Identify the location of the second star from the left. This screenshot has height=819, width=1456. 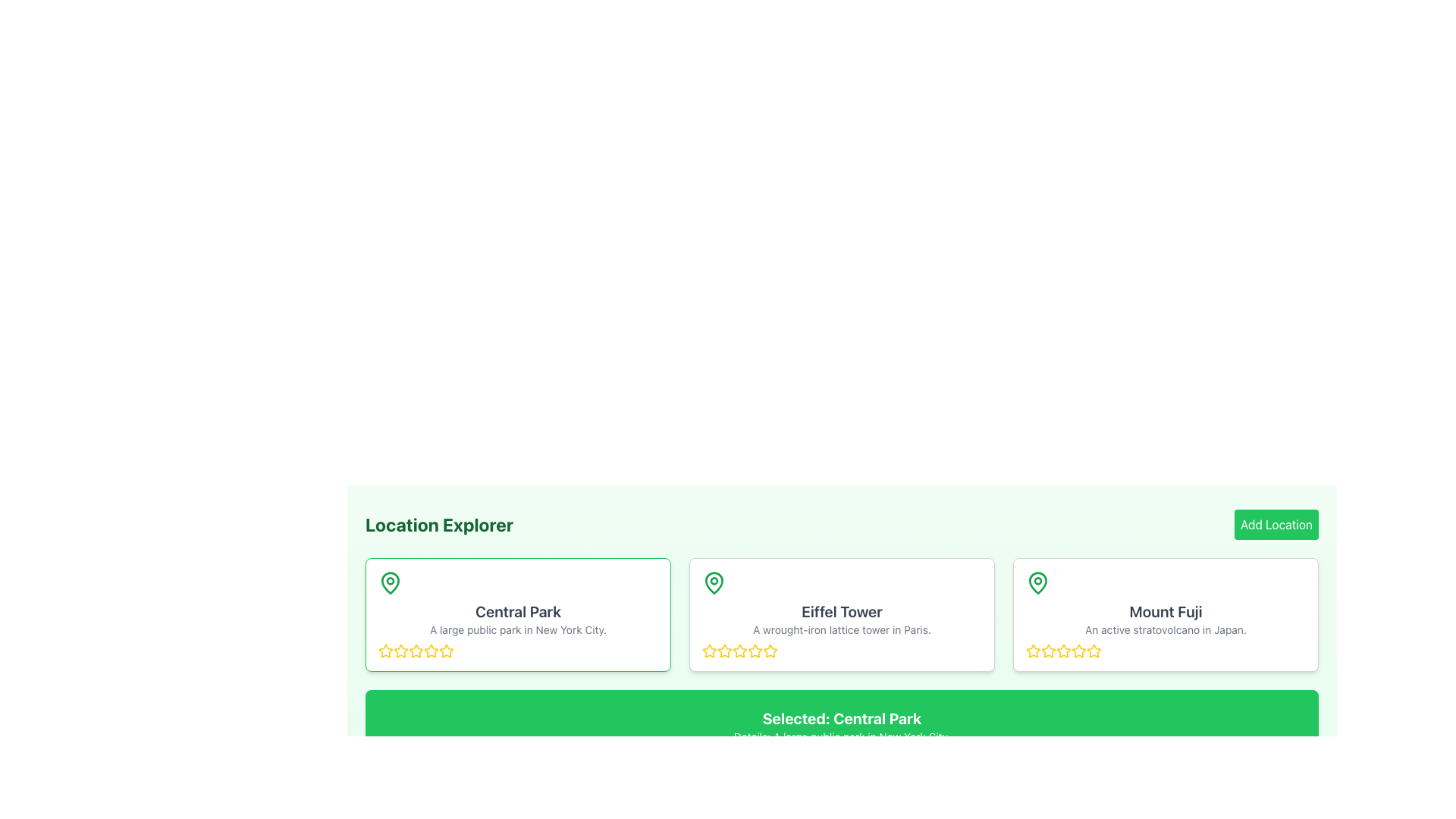
(723, 650).